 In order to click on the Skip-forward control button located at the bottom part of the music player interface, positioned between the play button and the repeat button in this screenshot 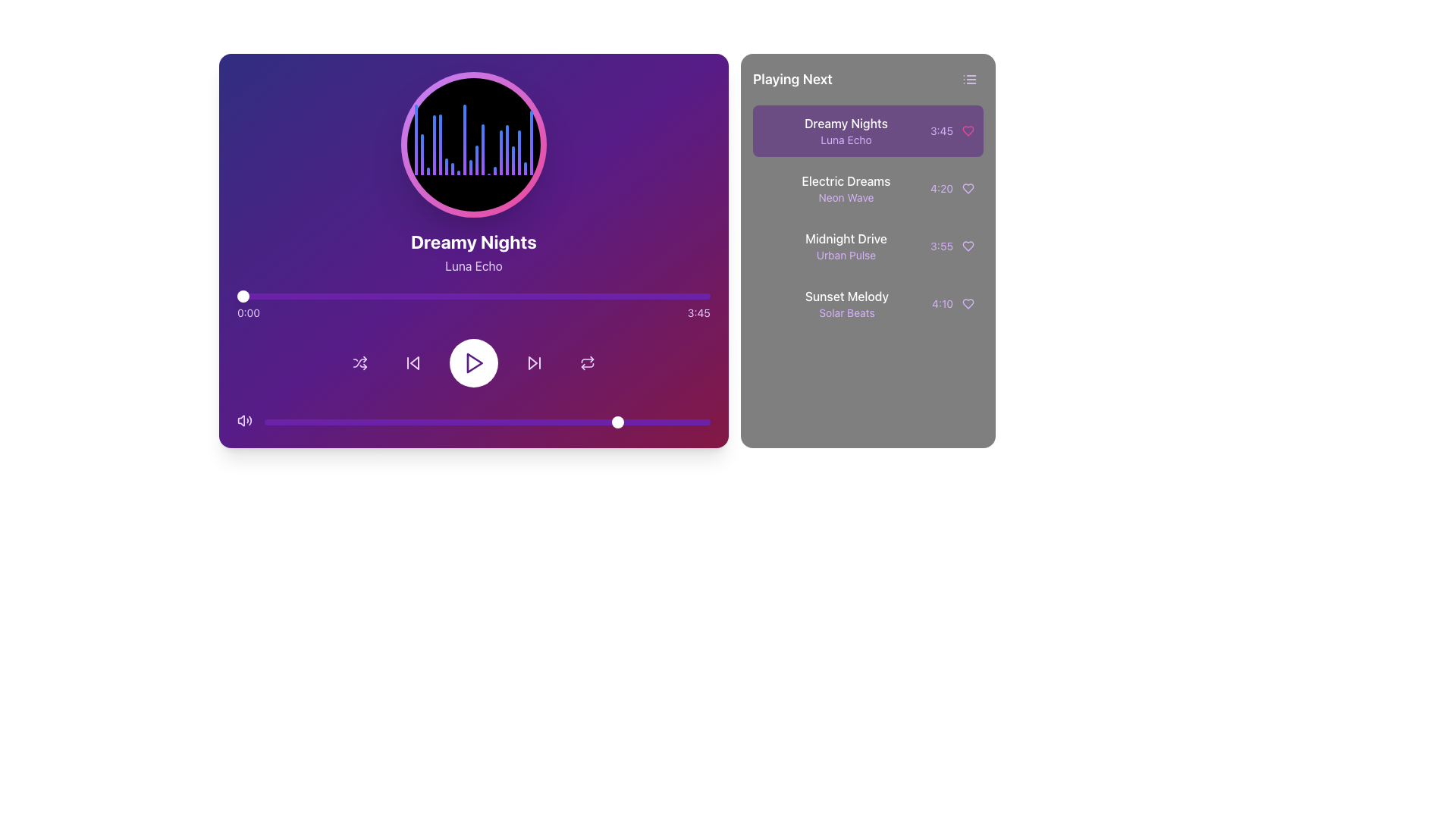, I will do `click(535, 362)`.